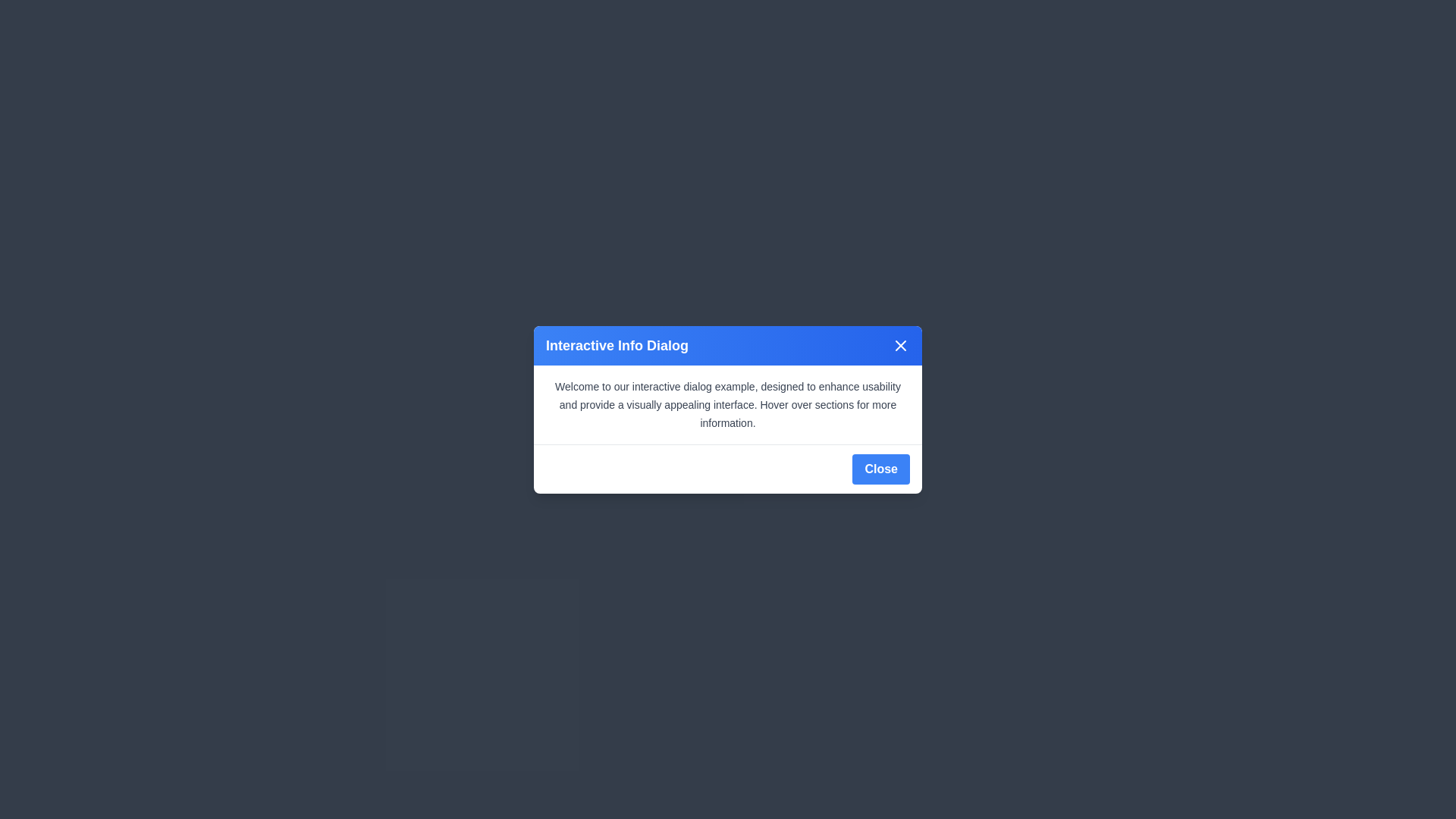  I want to click on close button in the dialog header, so click(901, 345).